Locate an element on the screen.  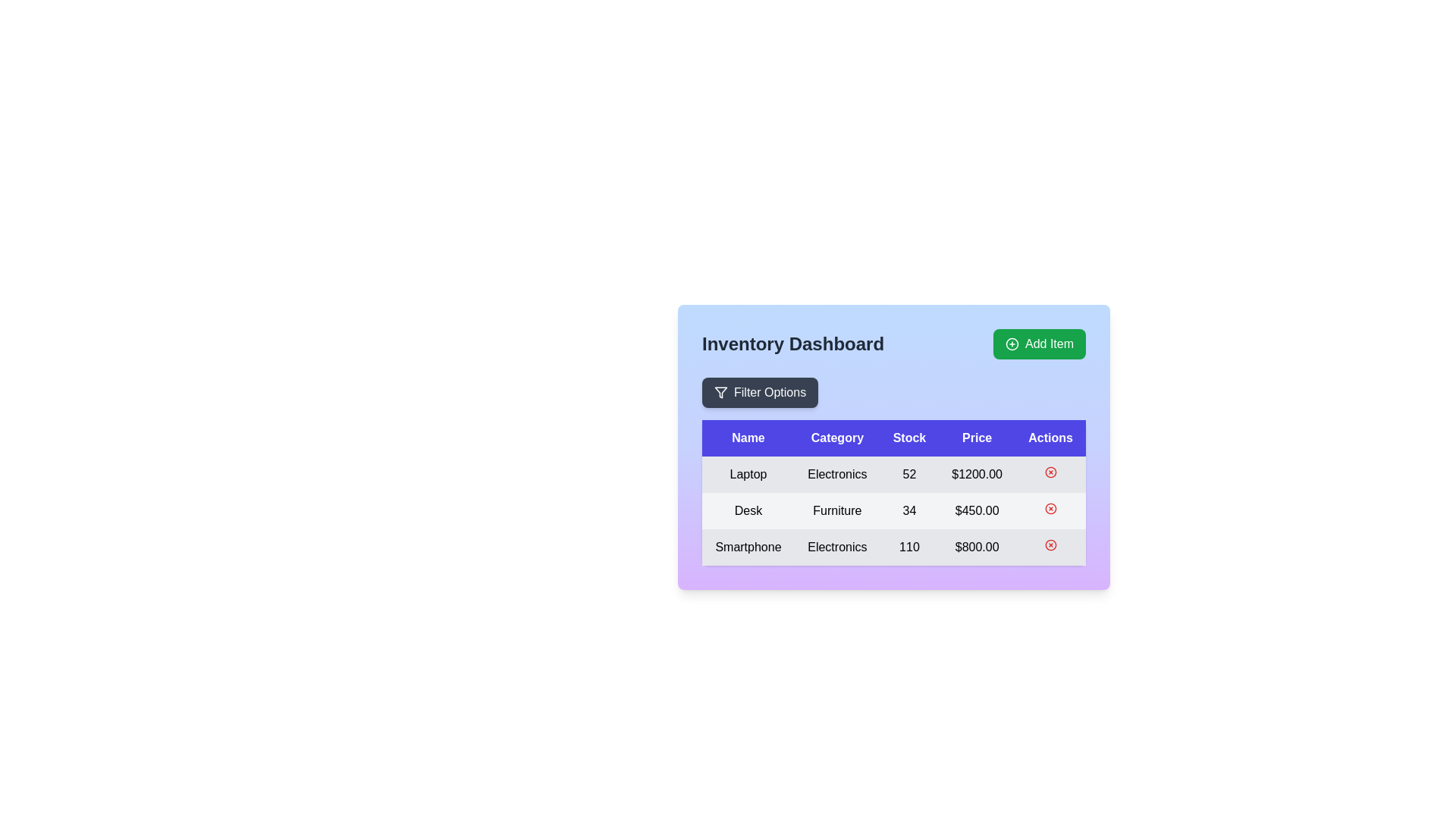
the text label reading 'Desk' is located at coordinates (748, 511).